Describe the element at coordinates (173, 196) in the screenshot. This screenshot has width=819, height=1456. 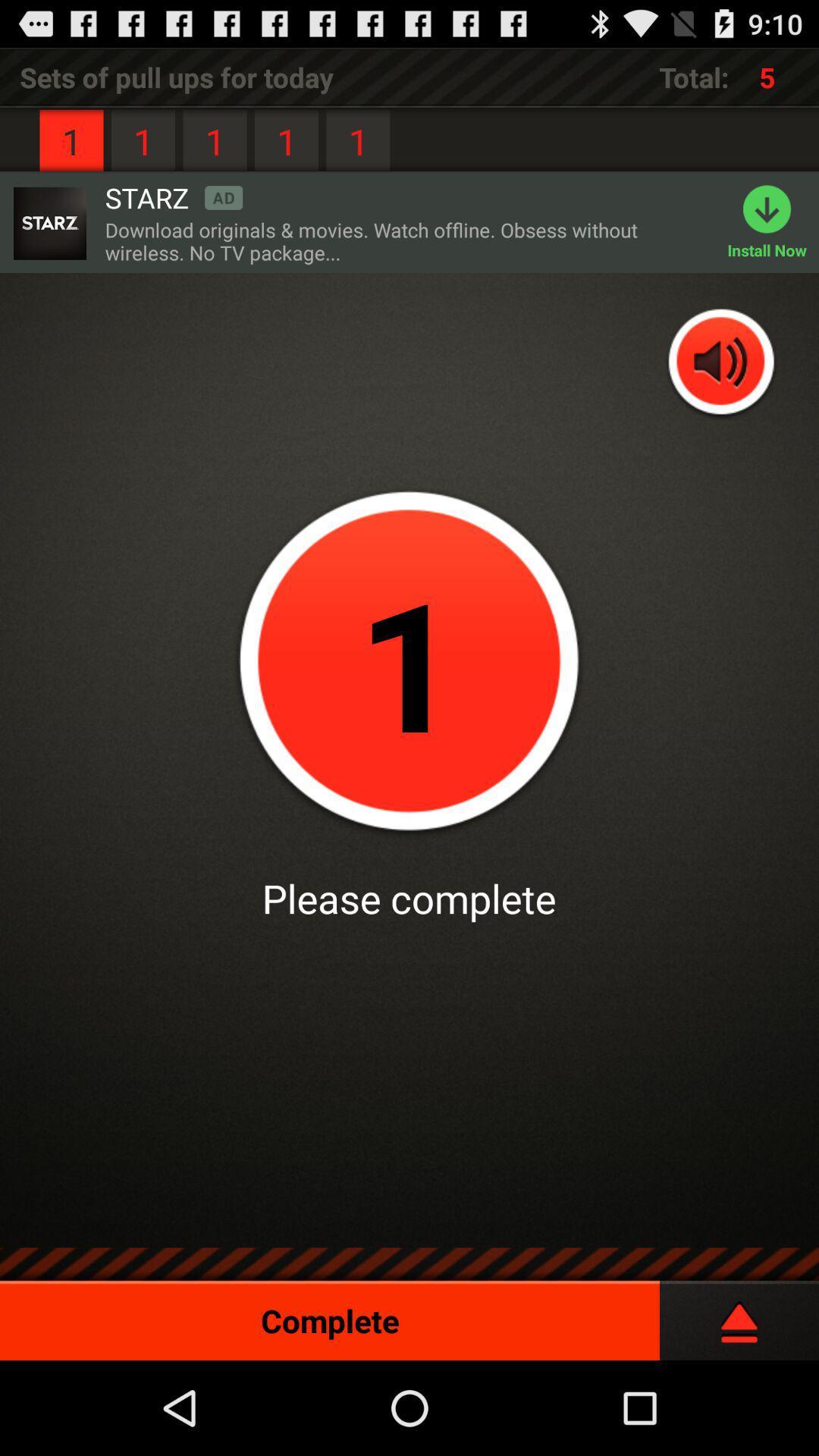
I see `the item next to 1 icon` at that location.